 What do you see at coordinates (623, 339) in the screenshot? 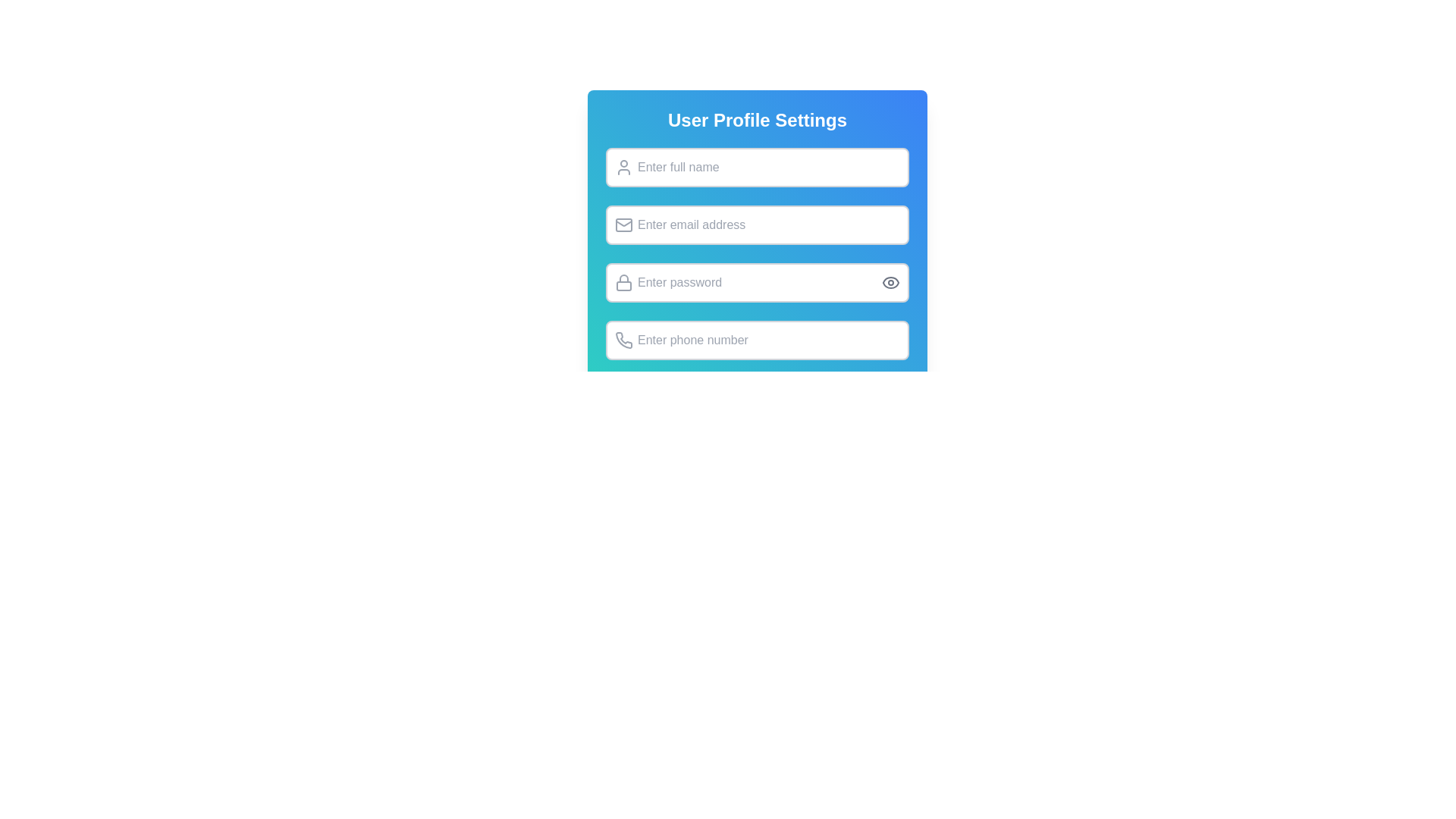
I see `the small gray phone icon located to the left of the 'Enter phone number' text input field in the 'User Profile Settings' form` at bounding box center [623, 339].